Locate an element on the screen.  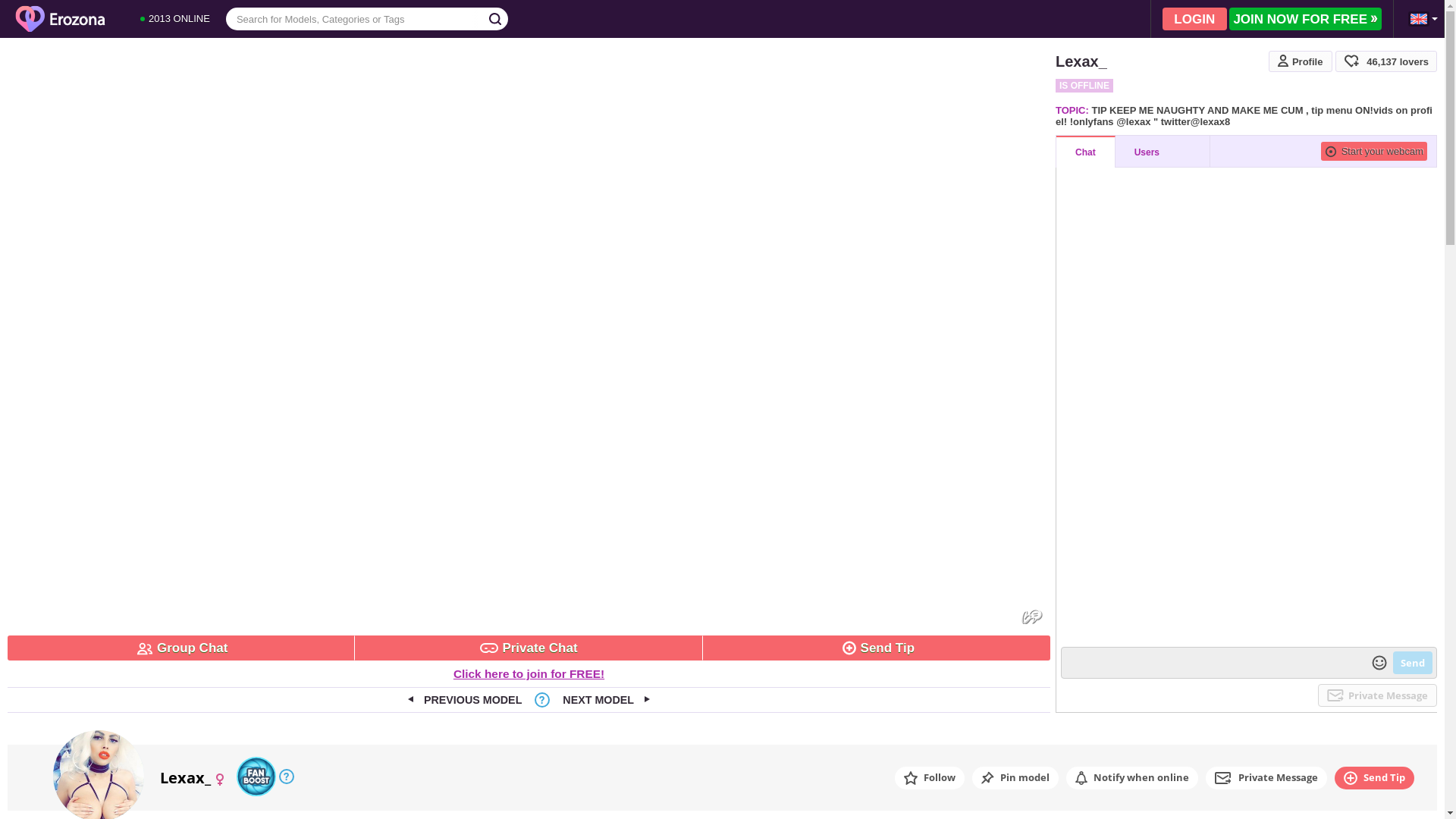
'Send Tip' is located at coordinates (701, 648).